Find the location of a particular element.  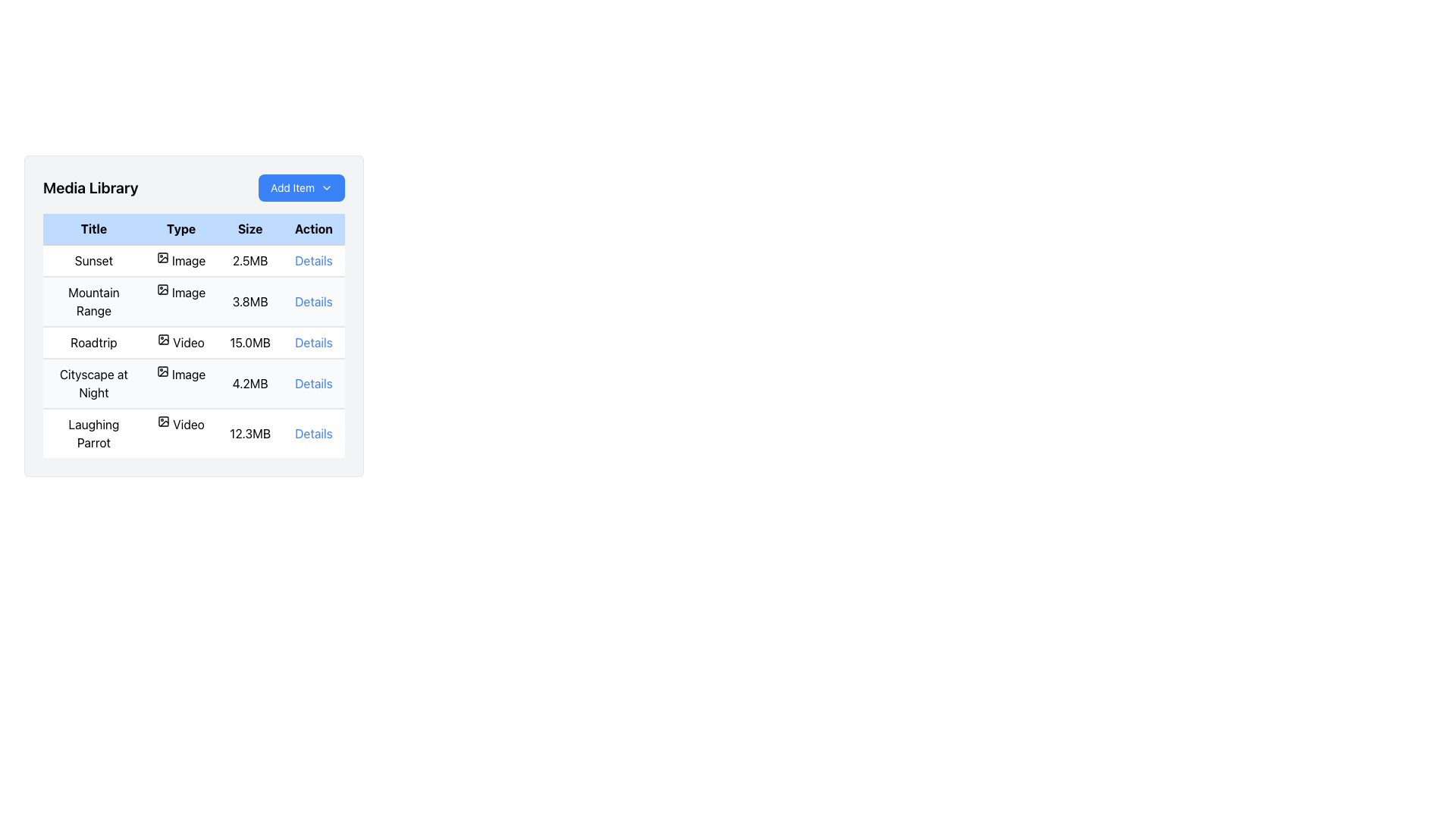

the label with an embedded icon indicating the media type for 'Mountain Range' located in the second row of the media library table under the 'Type' column is located at coordinates (181, 292).